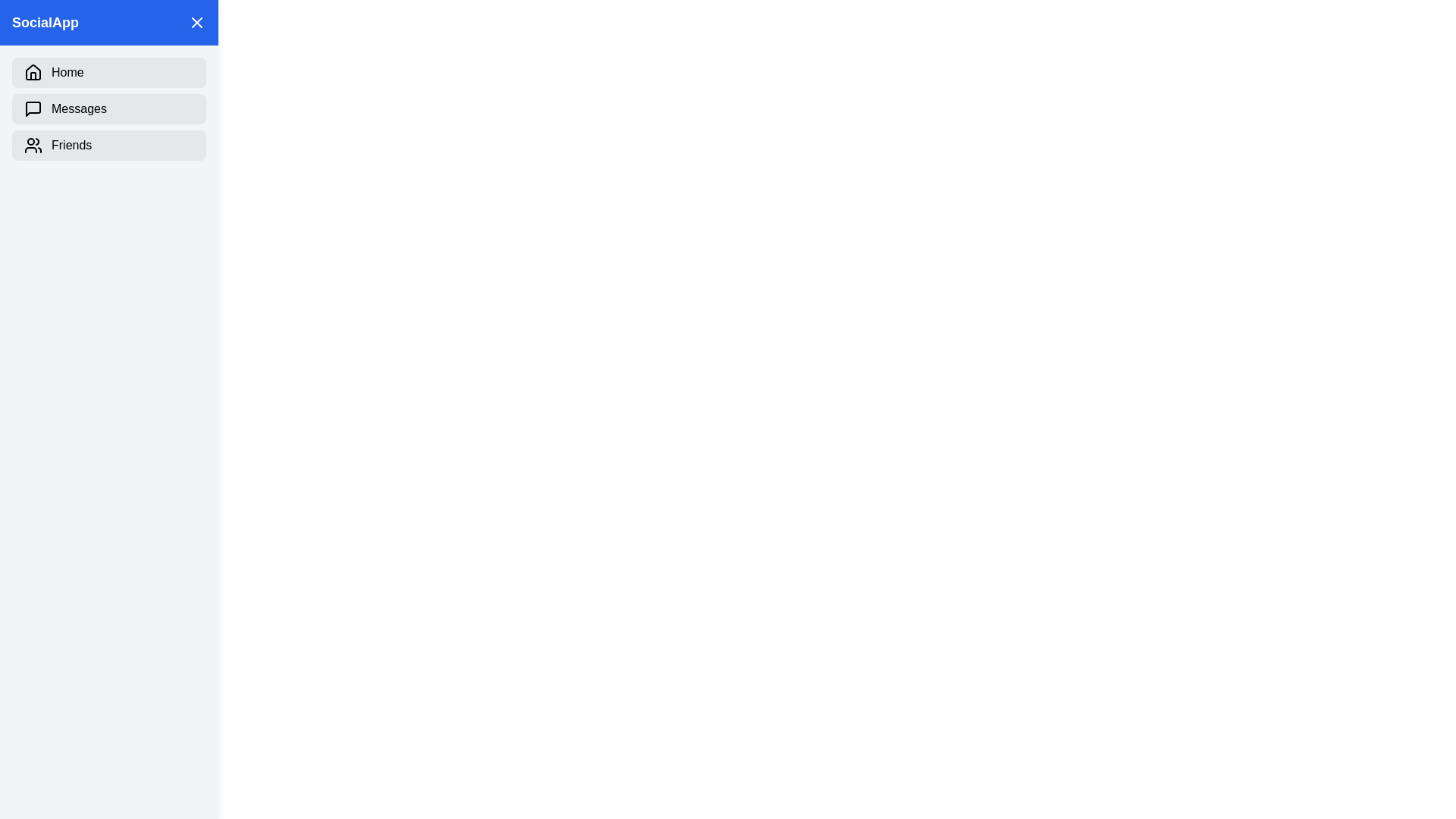 The image size is (1456, 819). I want to click on the navigation item labeled Home in the sidebar to observe the hover effect, so click(108, 73).